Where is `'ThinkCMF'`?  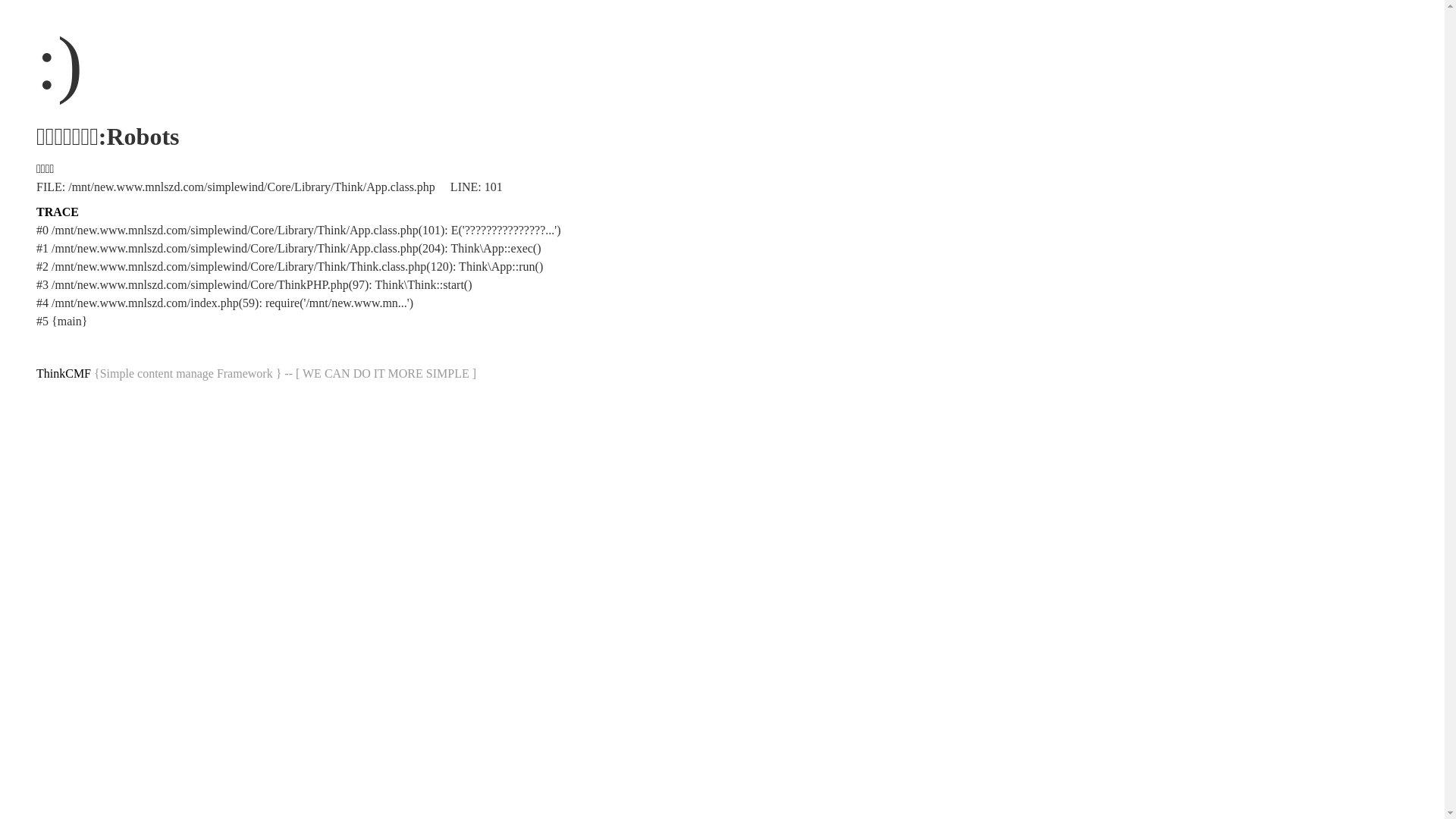
'ThinkCMF' is located at coordinates (62, 373).